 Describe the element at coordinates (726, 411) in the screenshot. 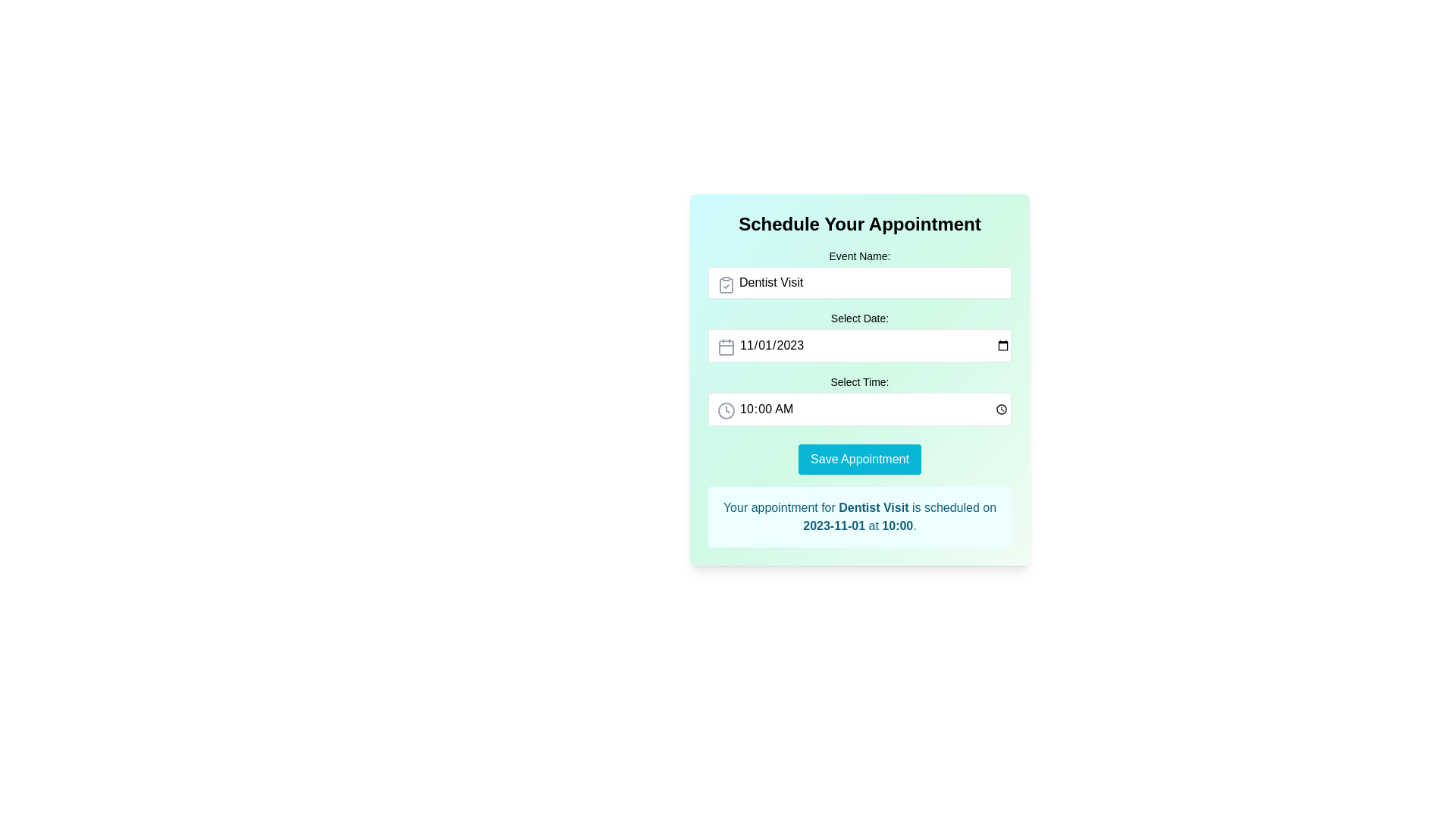

I see `the outer circle of the clock icon, which visually represents the clock functionality and is located adjacent to the time setting text input` at that location.